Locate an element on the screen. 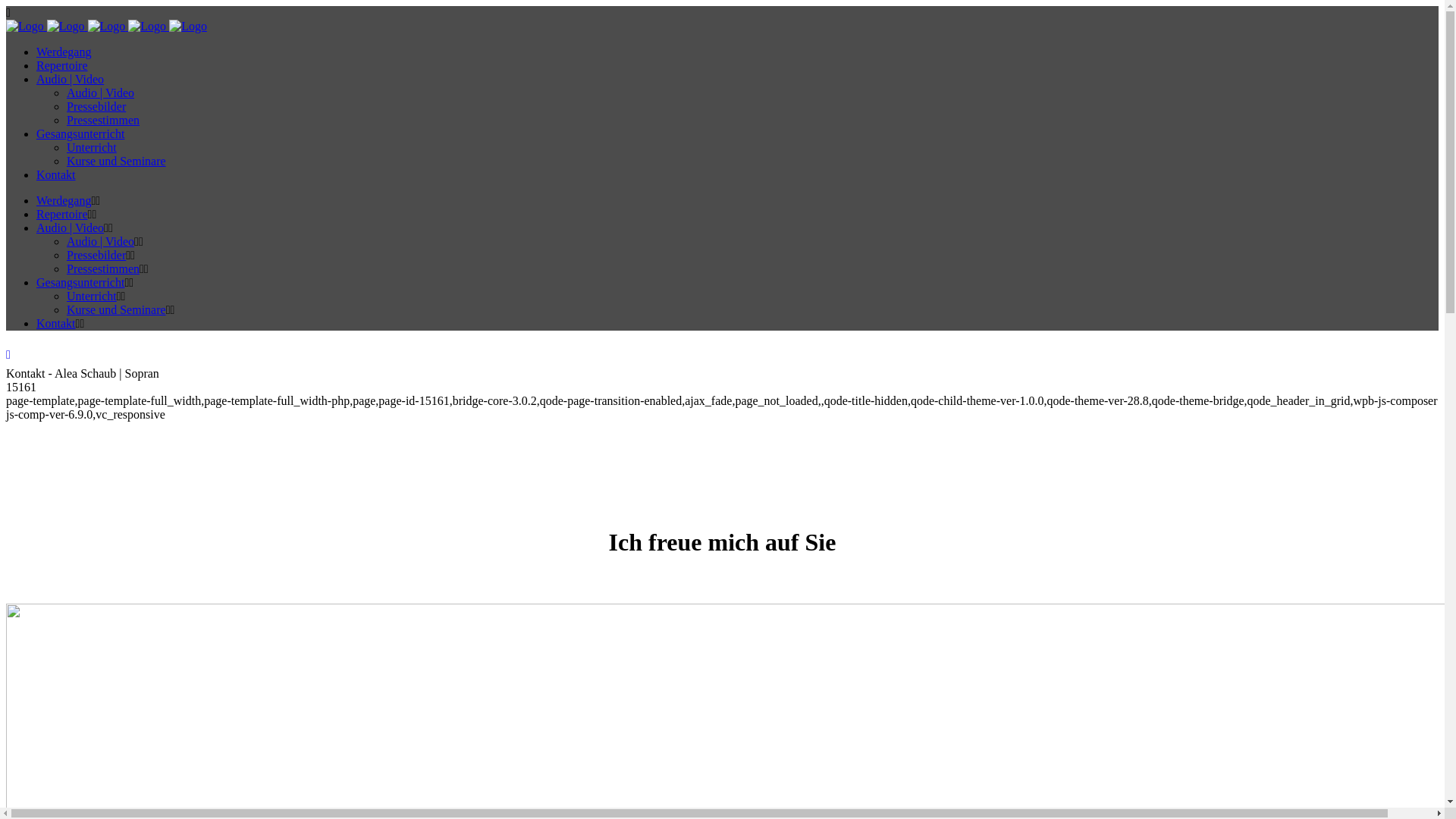  'Audio | Video' is located at coordinates (69, 79).